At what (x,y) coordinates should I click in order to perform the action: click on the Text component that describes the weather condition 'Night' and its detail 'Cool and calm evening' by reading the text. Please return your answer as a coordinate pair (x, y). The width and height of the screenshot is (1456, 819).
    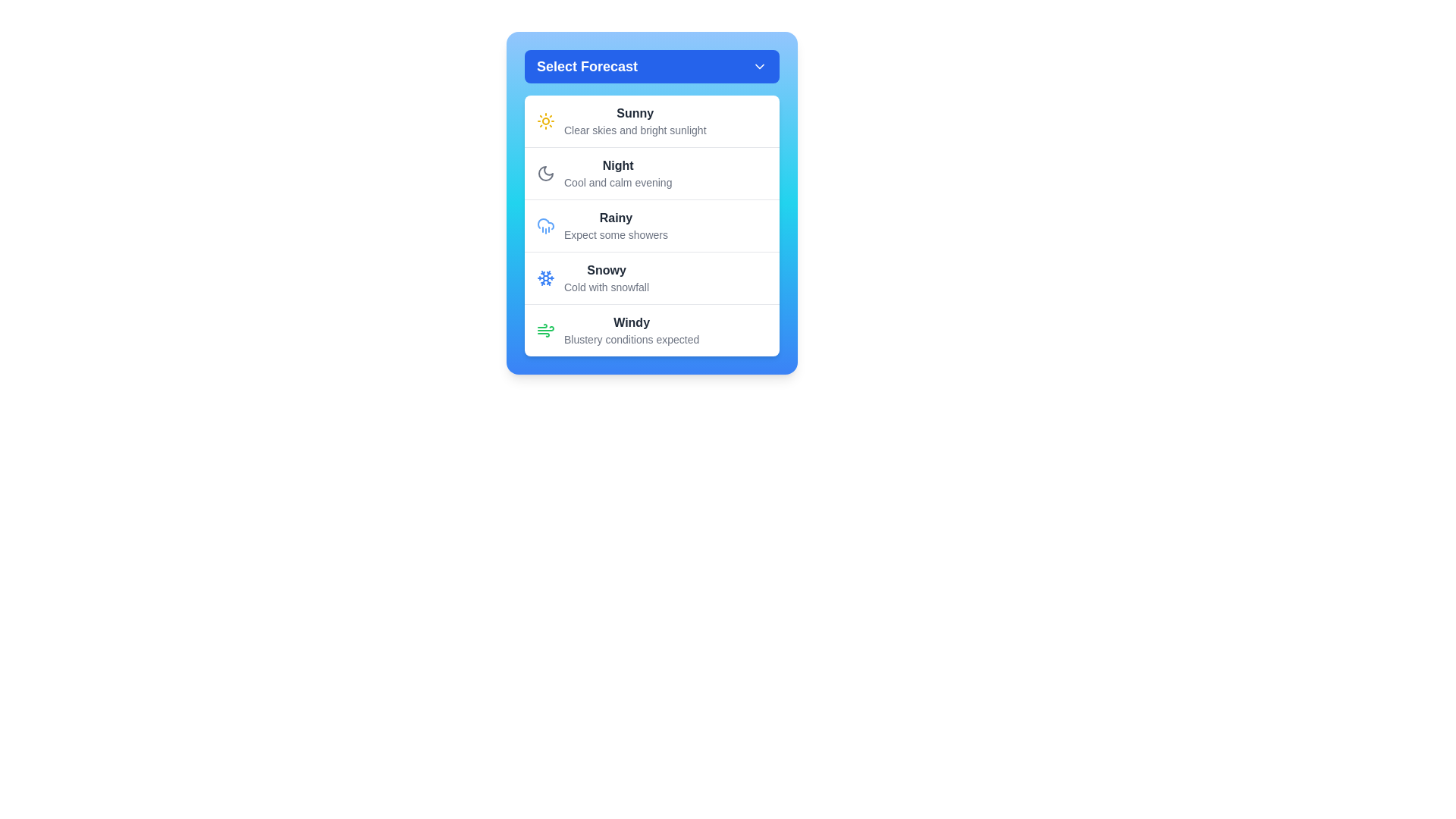
    Looking at the image, I should click on (618, 172).